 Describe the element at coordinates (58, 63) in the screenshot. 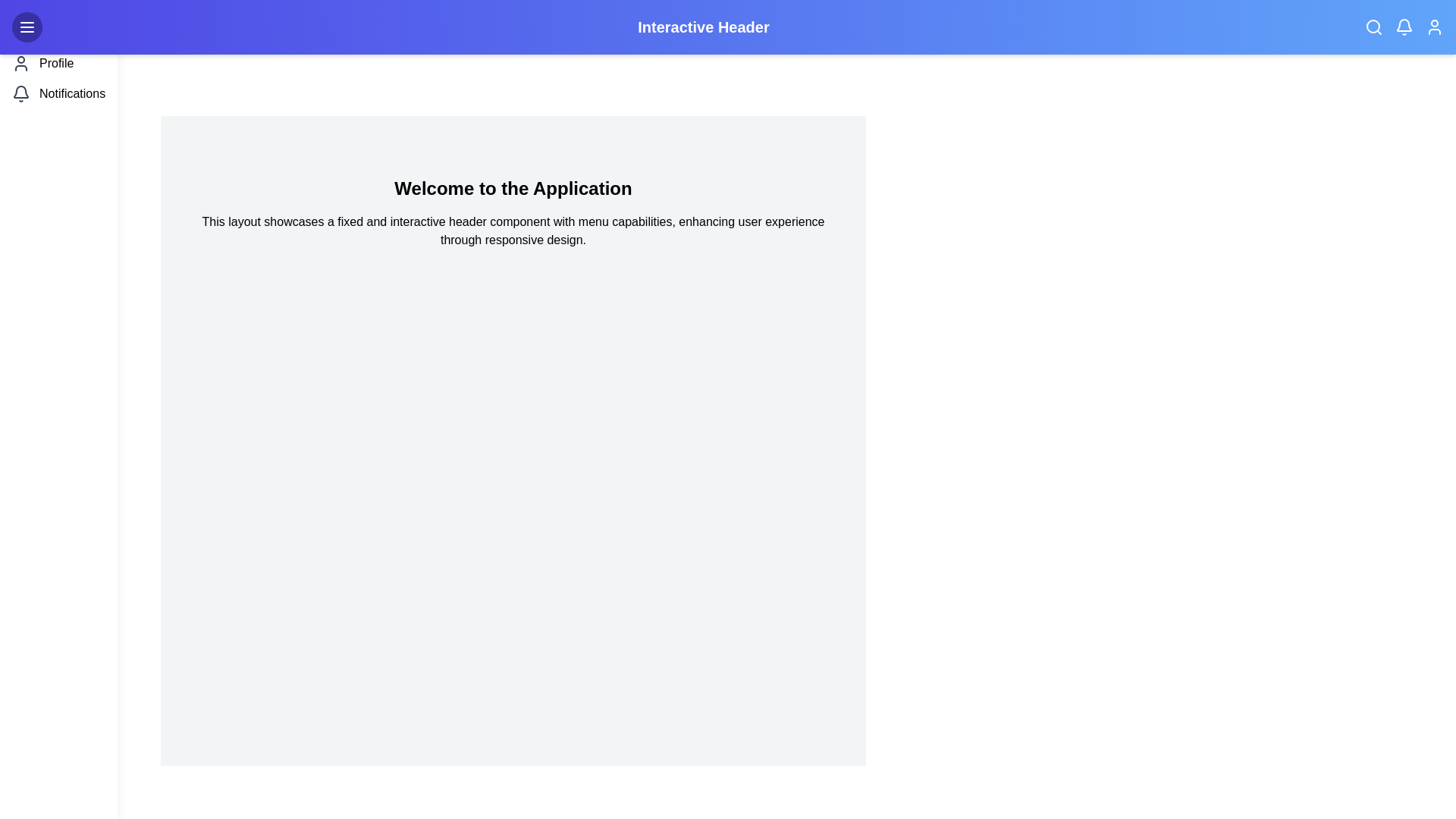

I see `the profile section menu item located at the top of the vertical list in the left-hand sidebar for accessibility purposes` at that location.